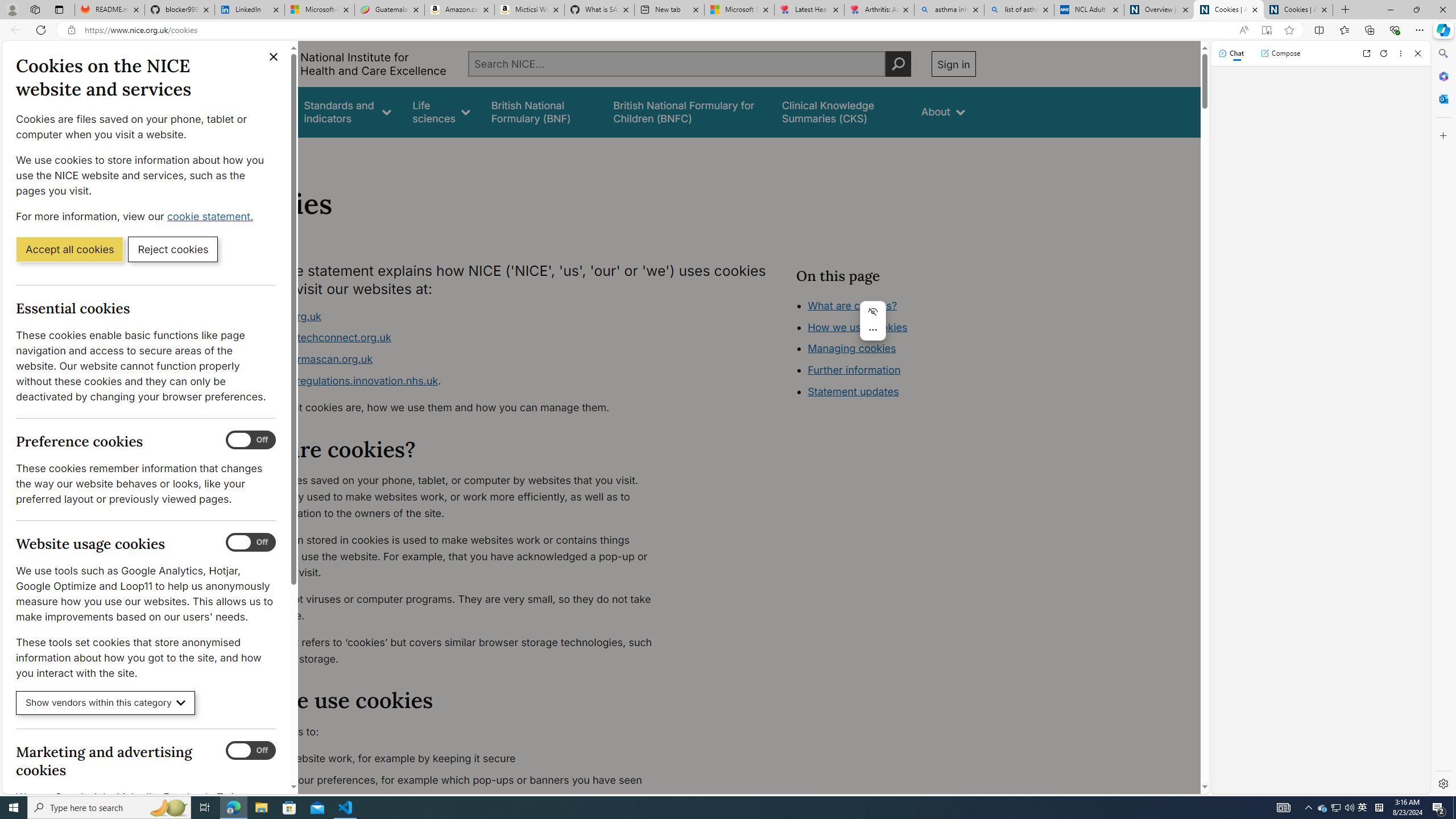 The width and height of the screenshot is (1456, 819). I want to click on 'Statement updates', so click(853, 392).